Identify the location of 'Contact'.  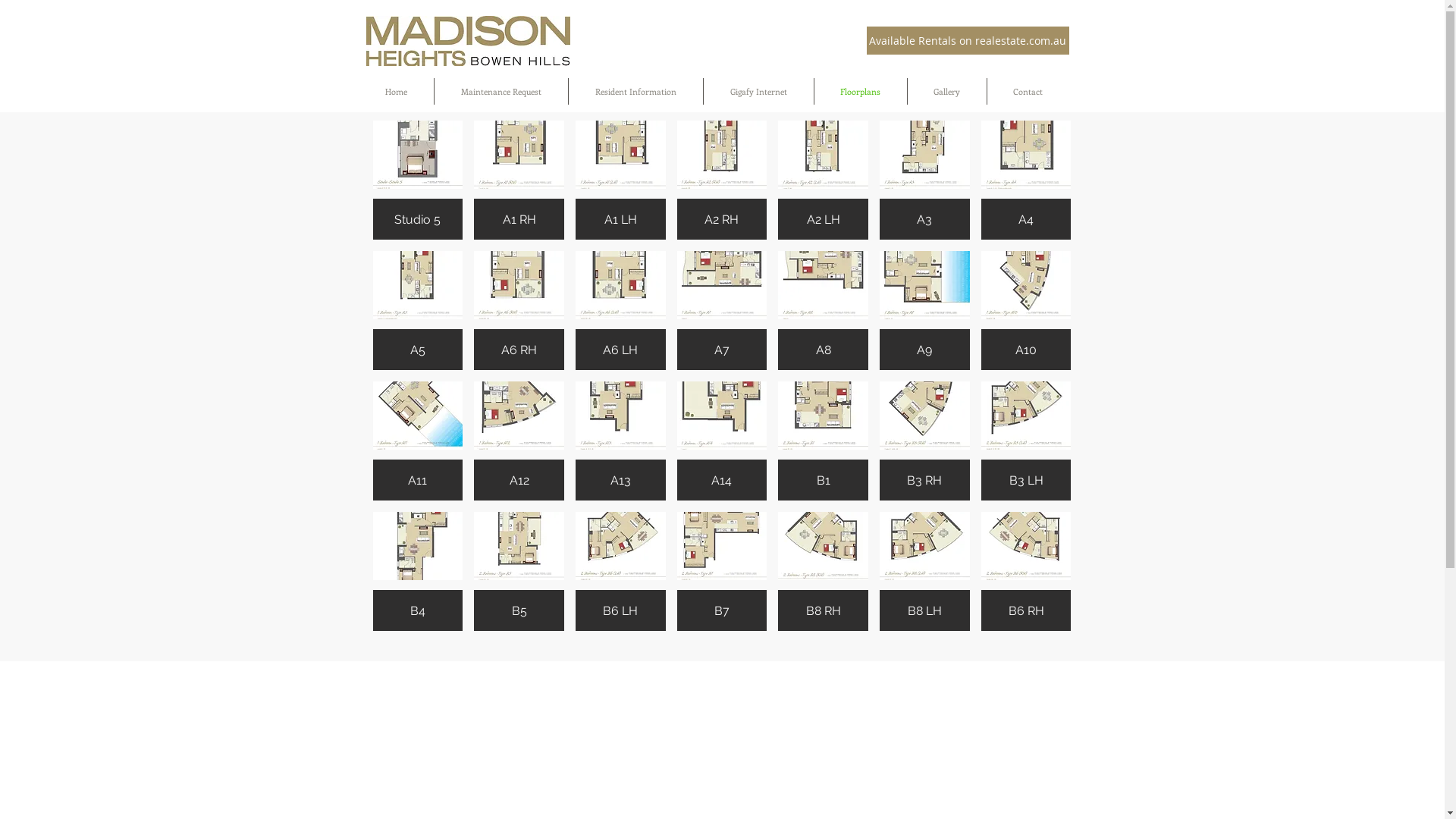
(1028, 91).